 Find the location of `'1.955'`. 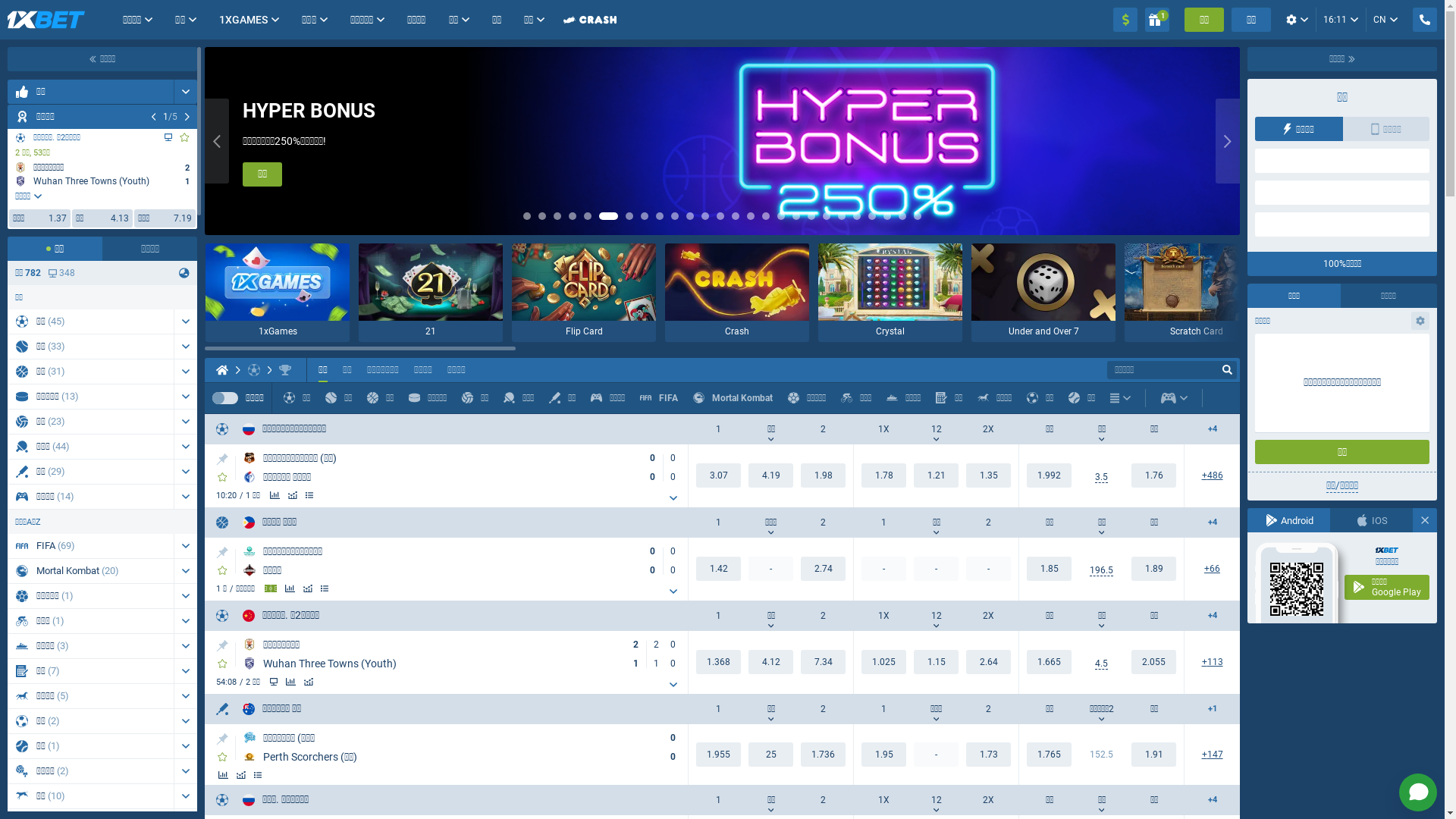

'1.955' is located at coordinates (717, 755).